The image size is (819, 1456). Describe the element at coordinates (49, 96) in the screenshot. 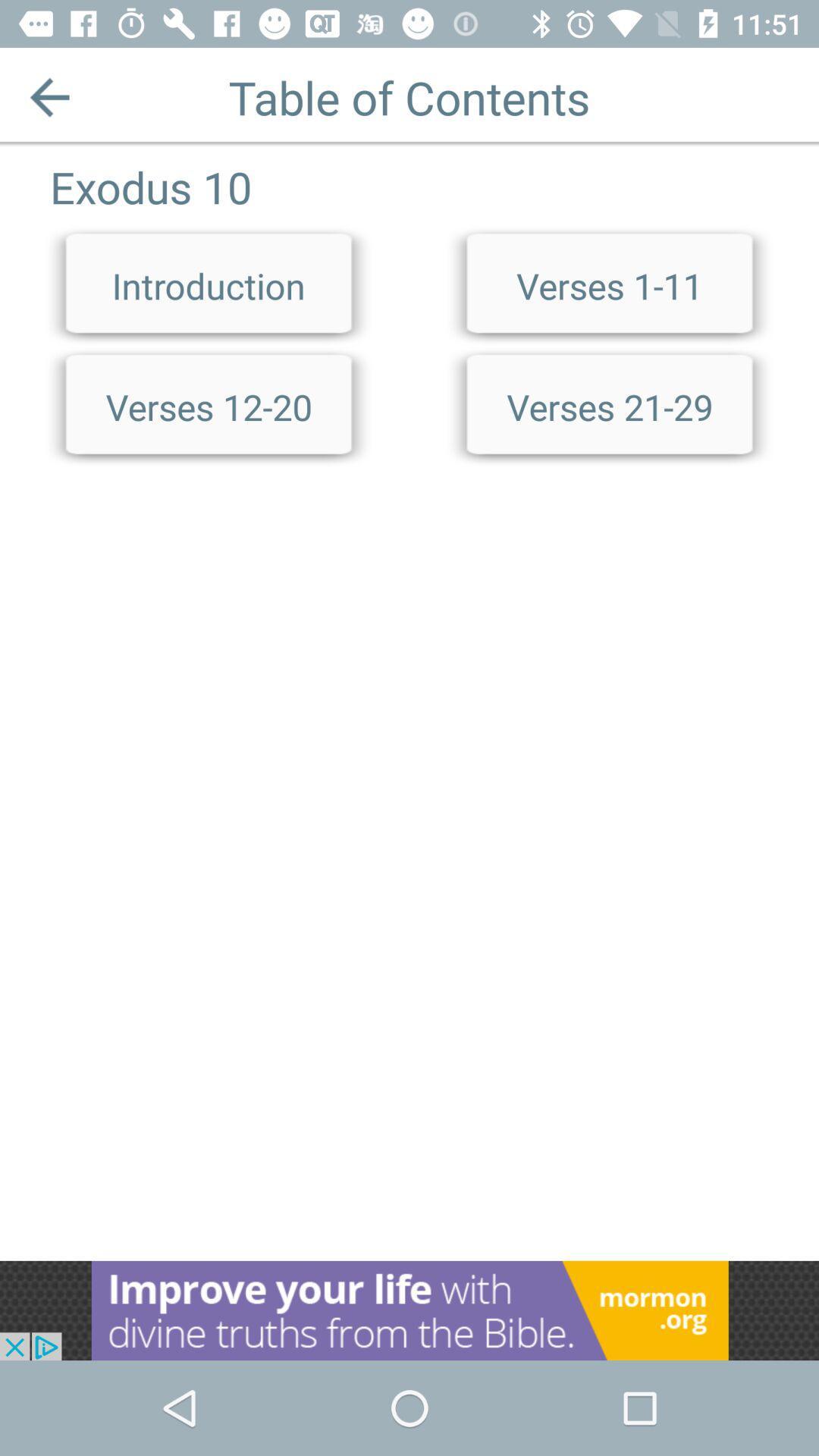

I see `previous` at that location.